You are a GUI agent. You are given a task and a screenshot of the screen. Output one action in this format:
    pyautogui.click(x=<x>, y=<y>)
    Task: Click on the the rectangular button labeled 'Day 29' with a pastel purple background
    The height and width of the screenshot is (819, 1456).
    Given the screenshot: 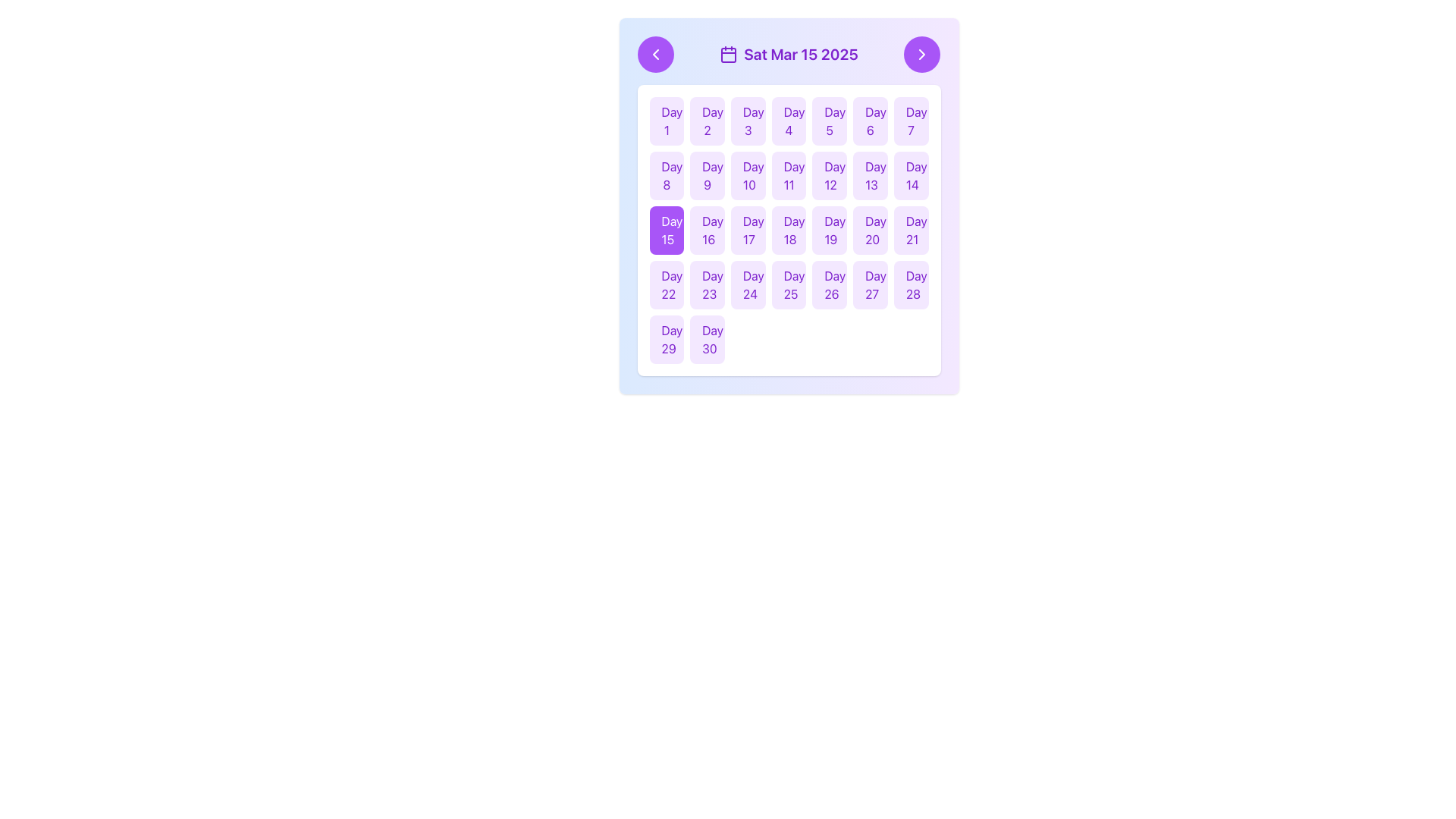 What is the action you would take?
    pyautogui.click(x=667, y=338)
    